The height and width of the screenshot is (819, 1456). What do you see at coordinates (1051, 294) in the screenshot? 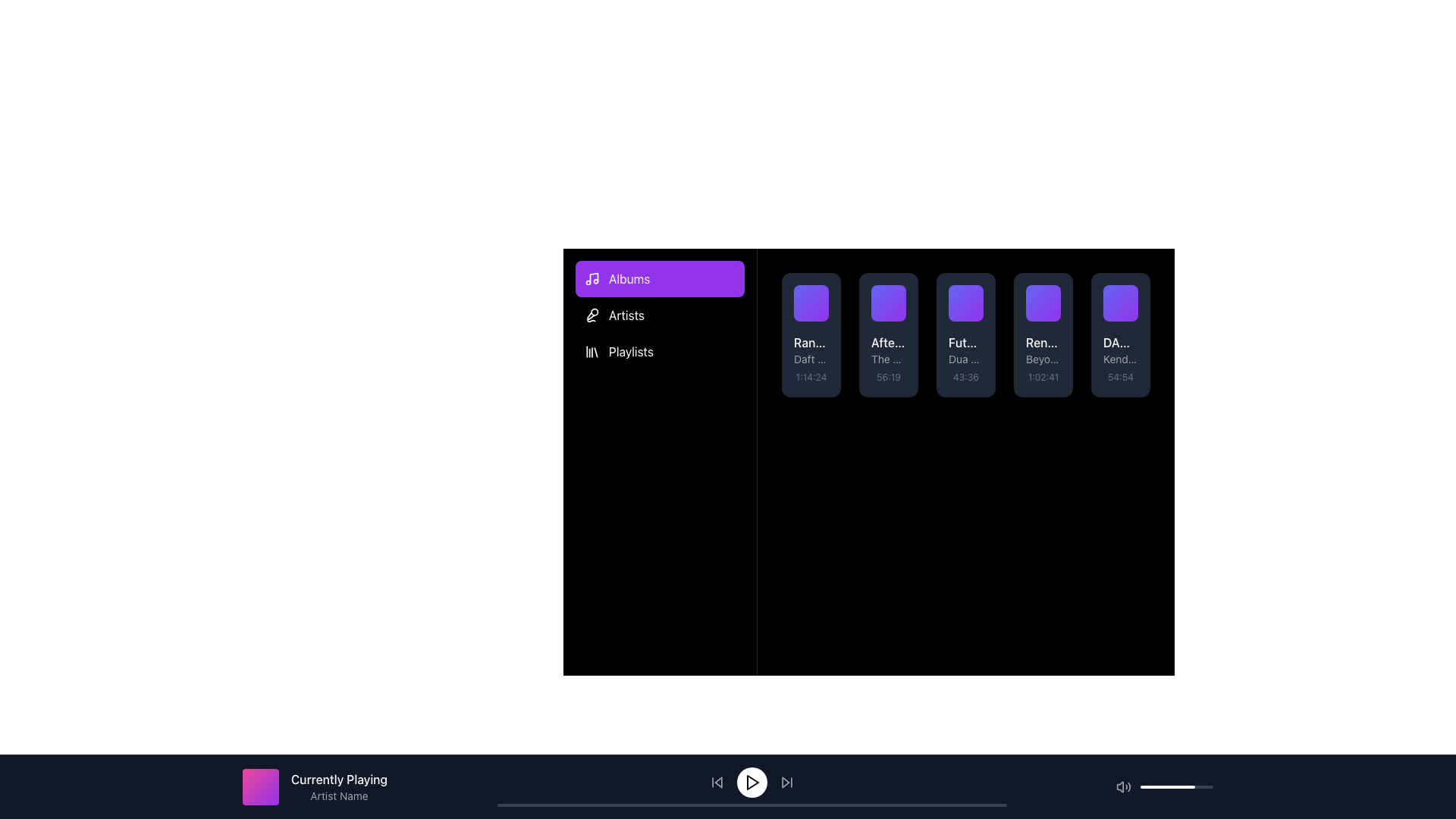
I see `the heart-shaped vector graphic icon in the center of the fourth album card to mark it as favorite` at bounding box center [1051, 294].